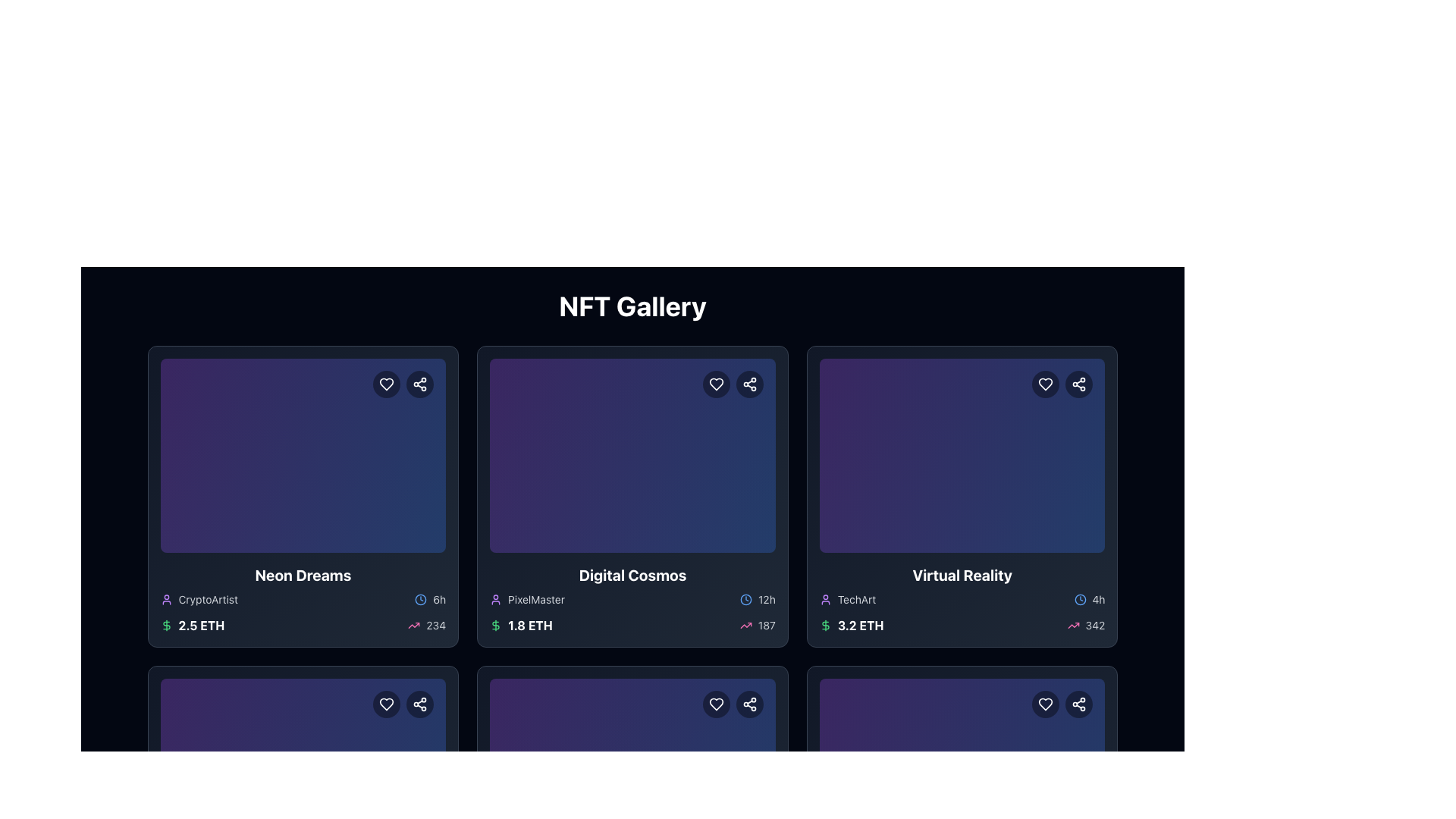  What do you see at coordinates (632, 626) in the screenshot?
I see `the Information bar located at the bottom of the 'Digital Cosmos' card, which displays the item's price in Ethereum and related statistics` at bounding box center [632, 626].